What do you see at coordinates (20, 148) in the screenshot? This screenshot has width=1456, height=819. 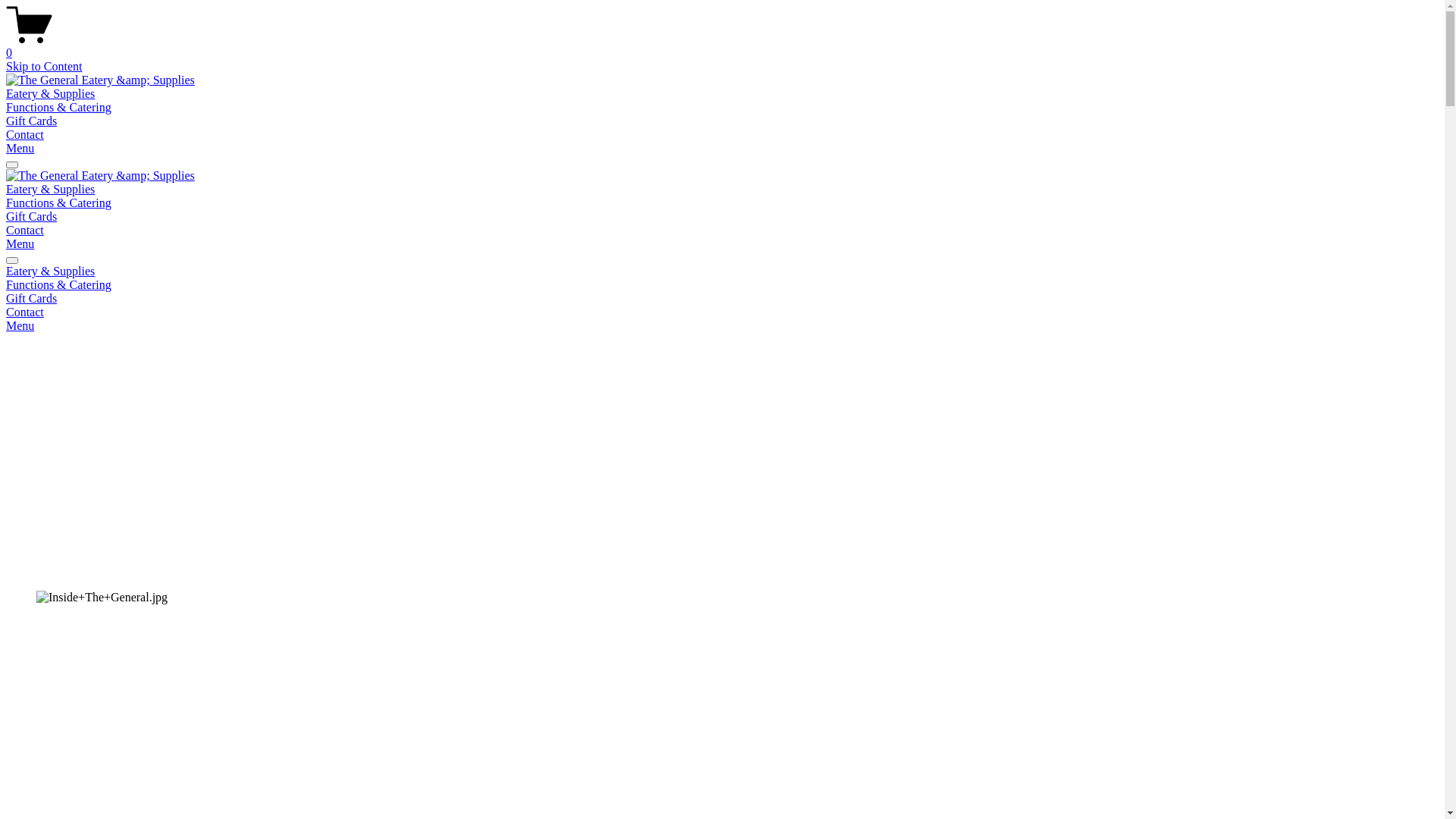 I see `'Menu'` at bounding box center [20, 148].